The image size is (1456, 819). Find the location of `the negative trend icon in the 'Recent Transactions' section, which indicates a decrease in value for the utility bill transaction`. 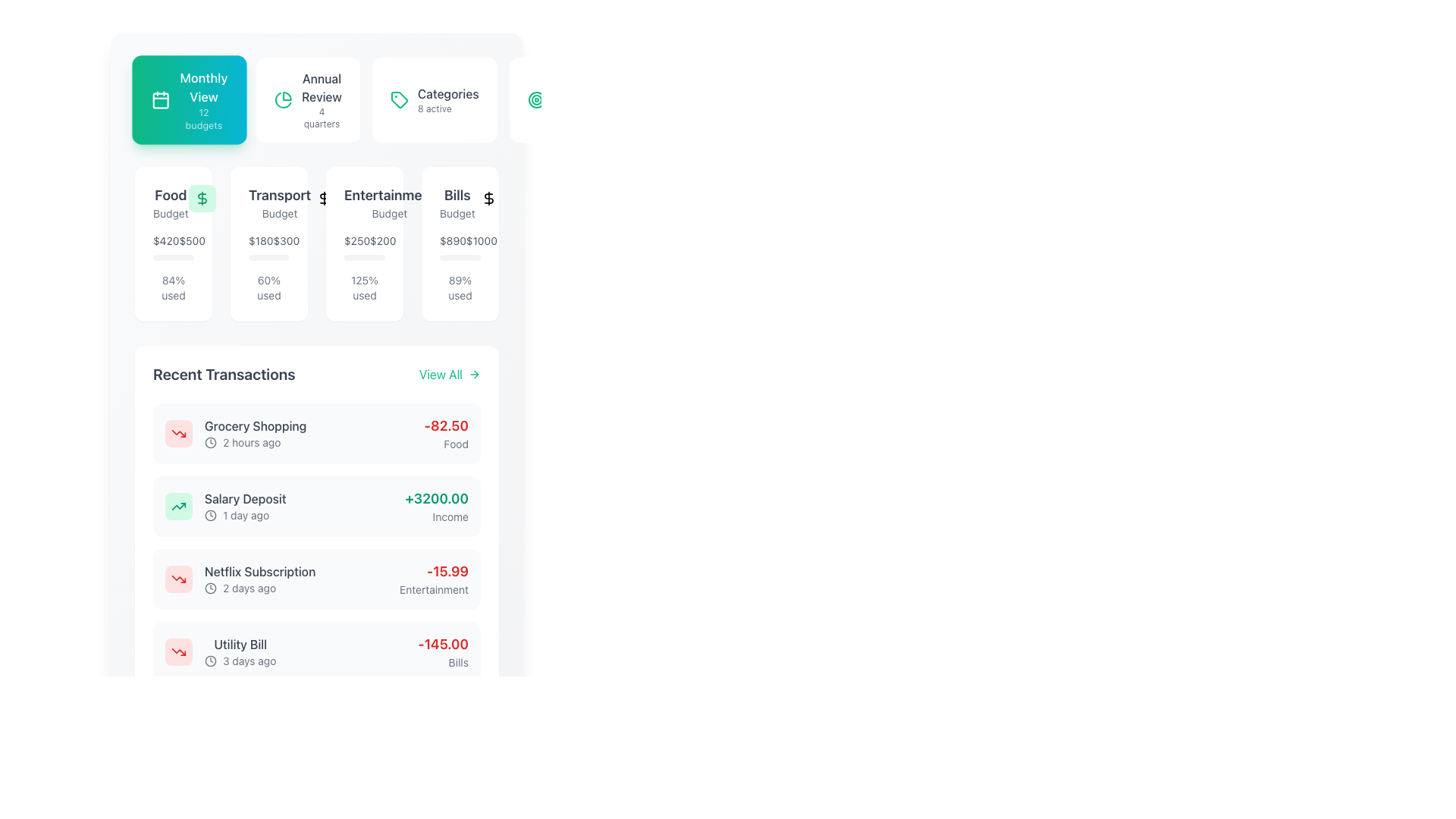

the negative trend icon in the 'Recent Transactions' section, which indicates a decrease in value for the utility bill transaction is located at coordinates (178, 433).